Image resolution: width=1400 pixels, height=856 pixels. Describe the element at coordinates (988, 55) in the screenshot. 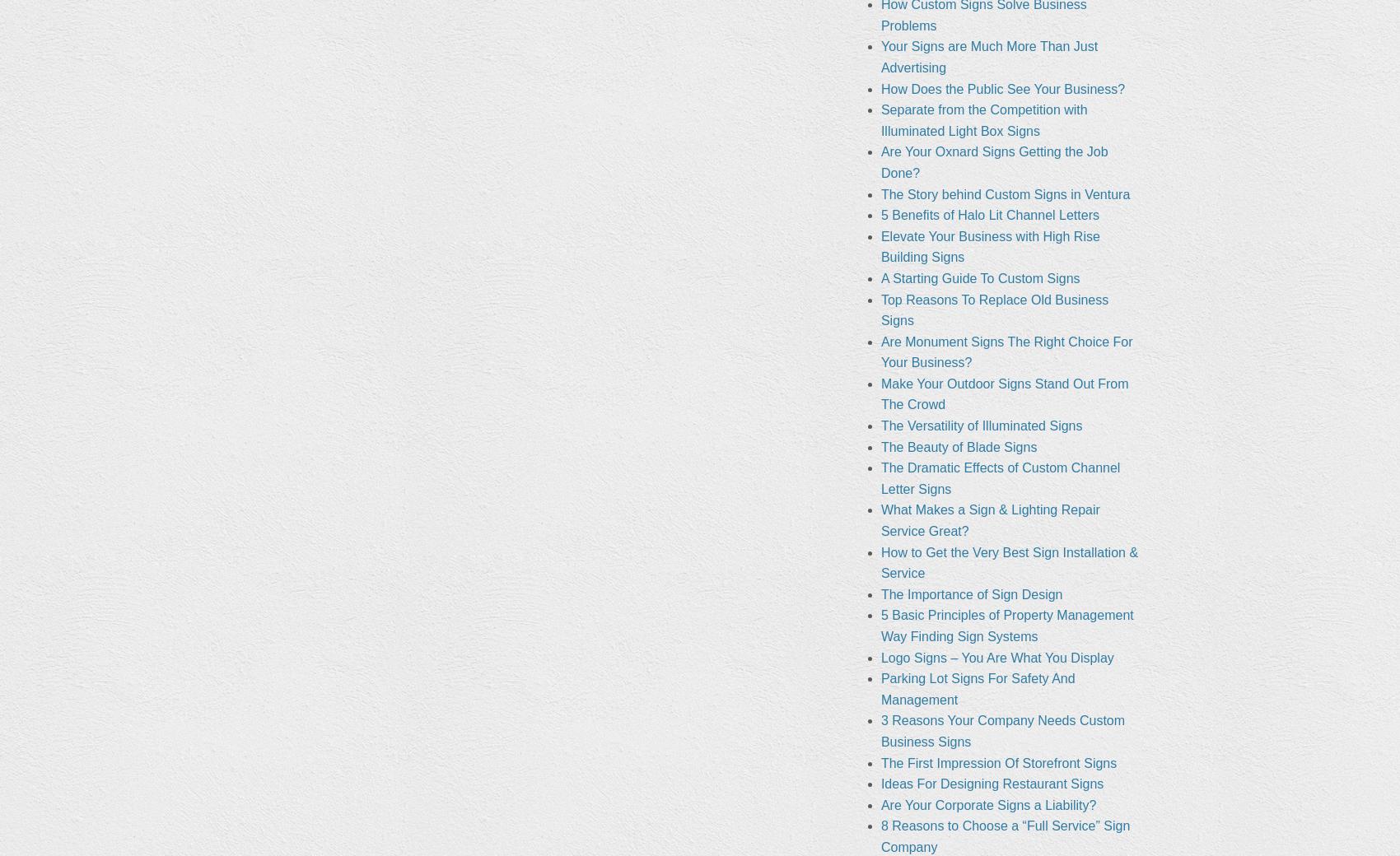

I see `'Your Signs are Much More Than Just Advertising'` at that location.